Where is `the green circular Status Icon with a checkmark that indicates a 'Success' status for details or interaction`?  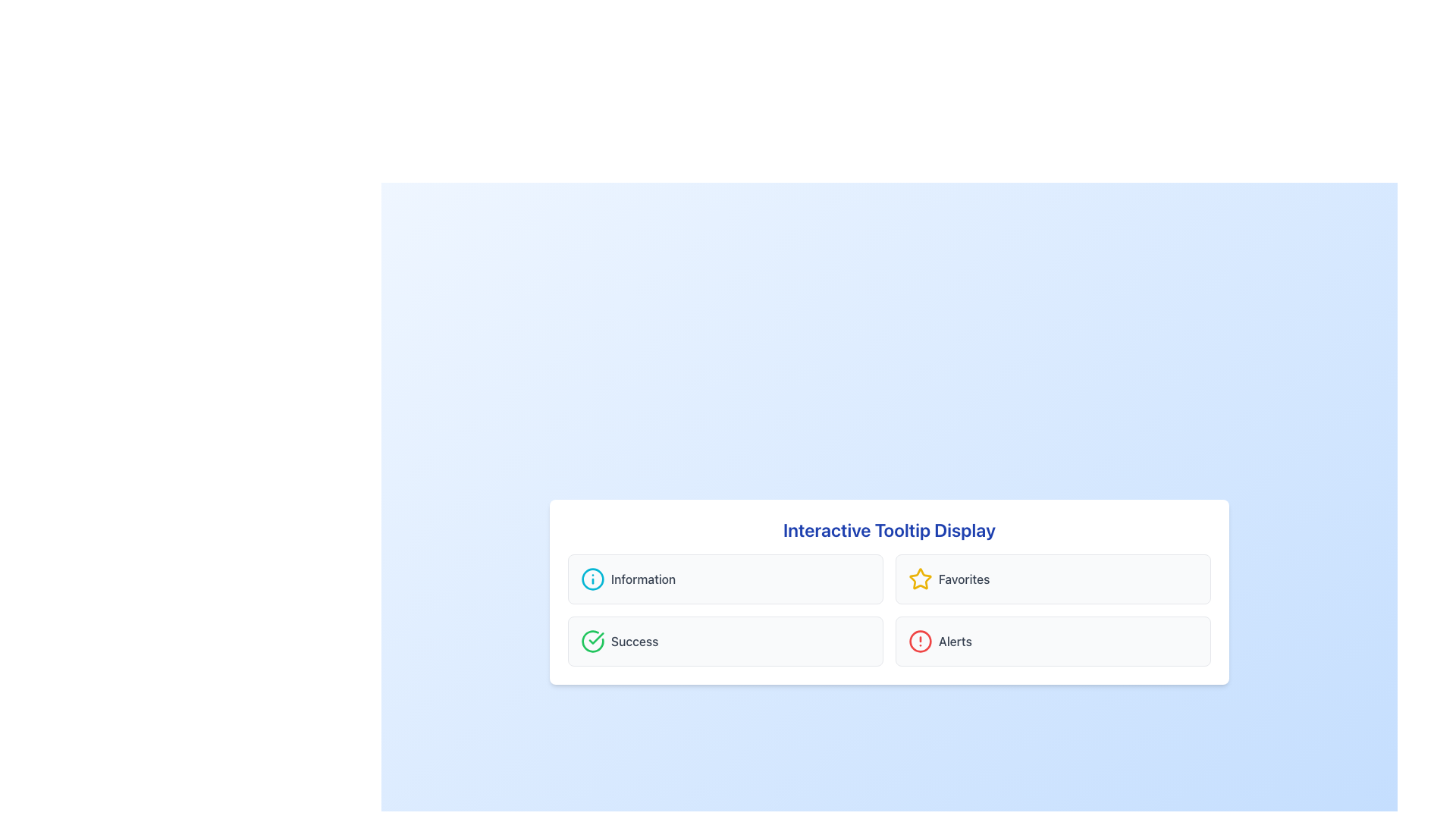 the green circular Status Icon with a checkmark that indicates a 'Success' status for details or interaction is located at coordinates (592, 641).